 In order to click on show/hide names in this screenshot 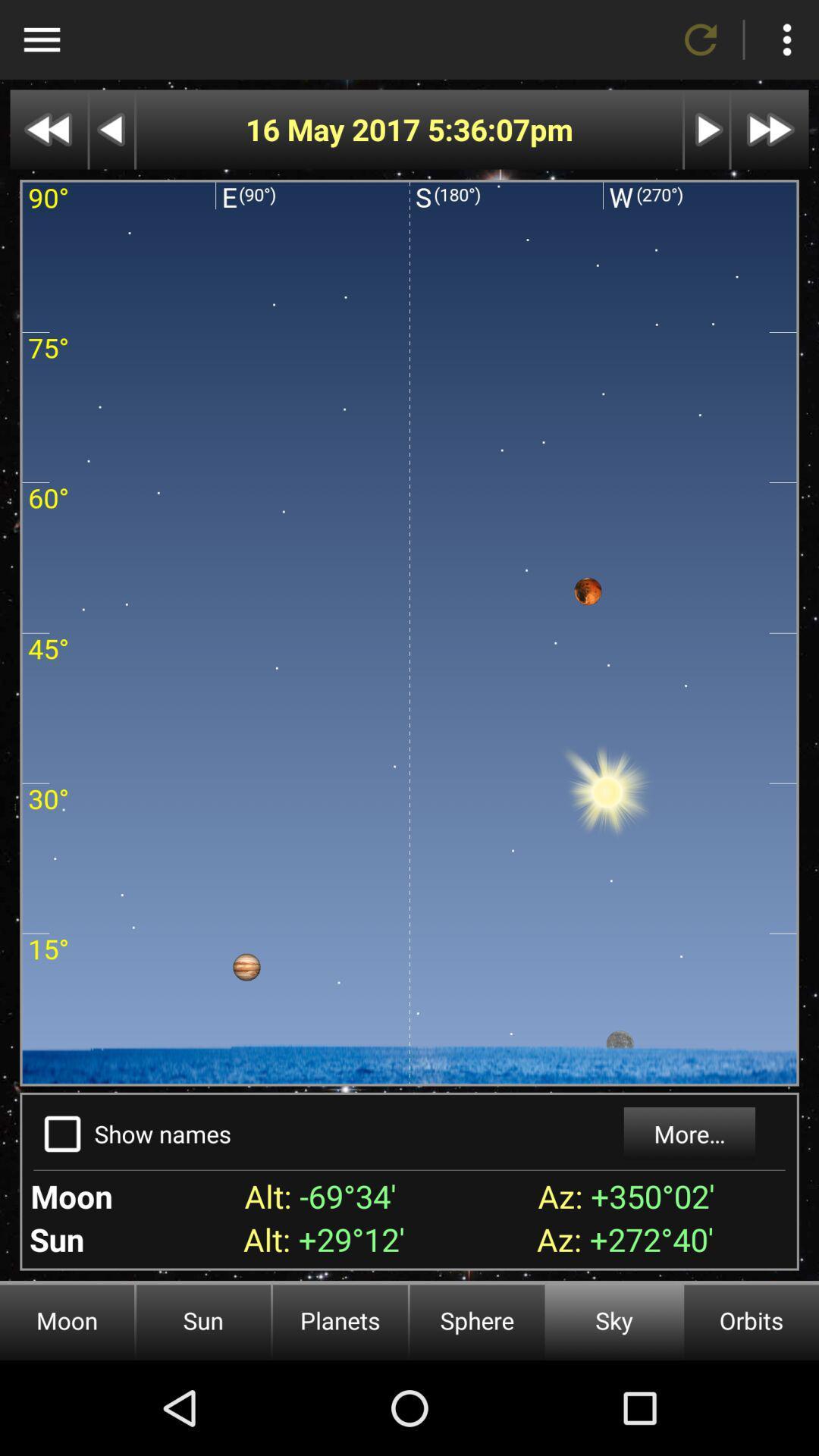, I will do `click(61, 1134)`.